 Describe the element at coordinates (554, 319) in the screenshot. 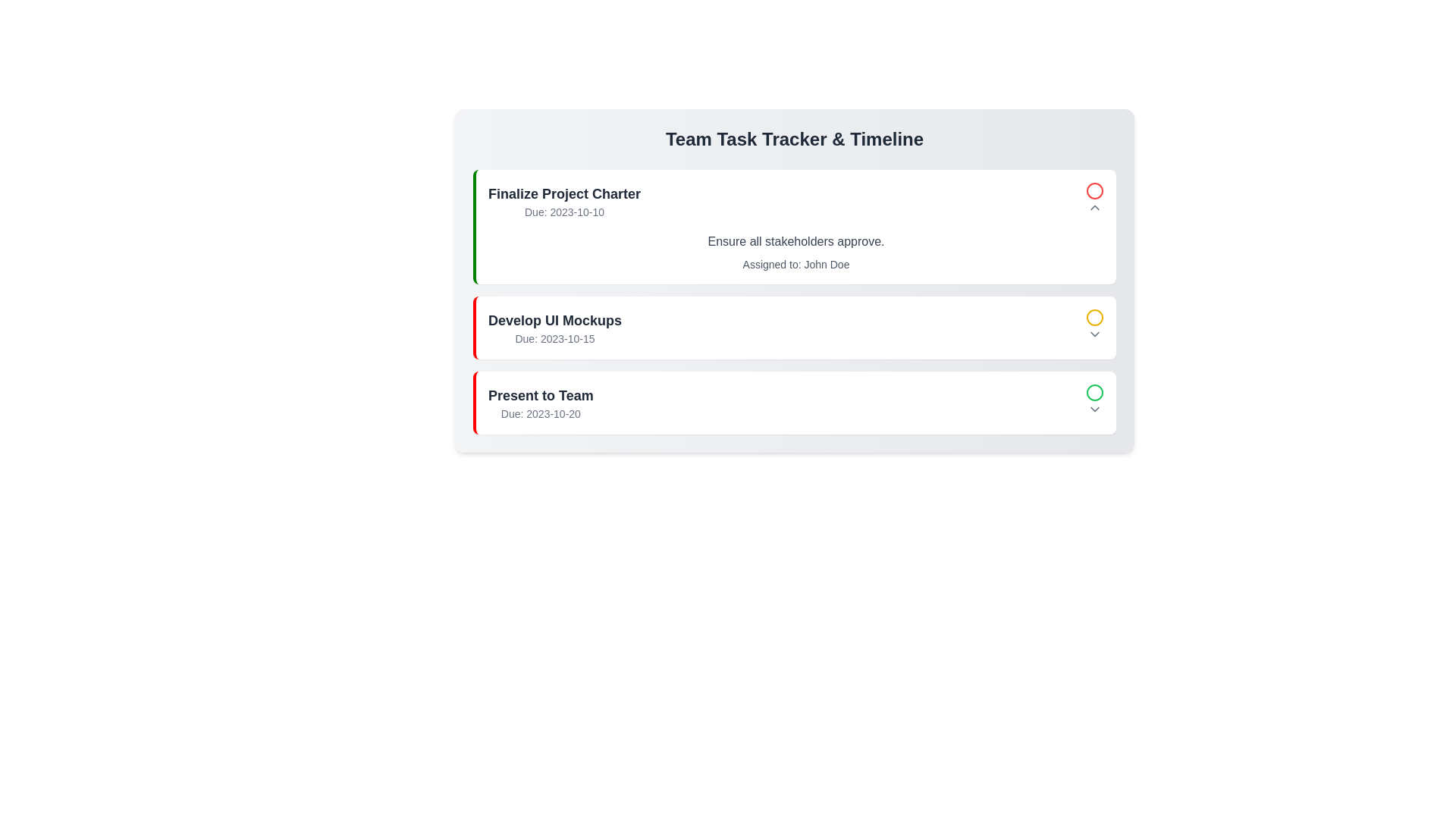

I see `the text label displaying 'Develop UI Mockups' in bold, dark gray font, which is centrally placed within the second task card in the task tracker` at that location.